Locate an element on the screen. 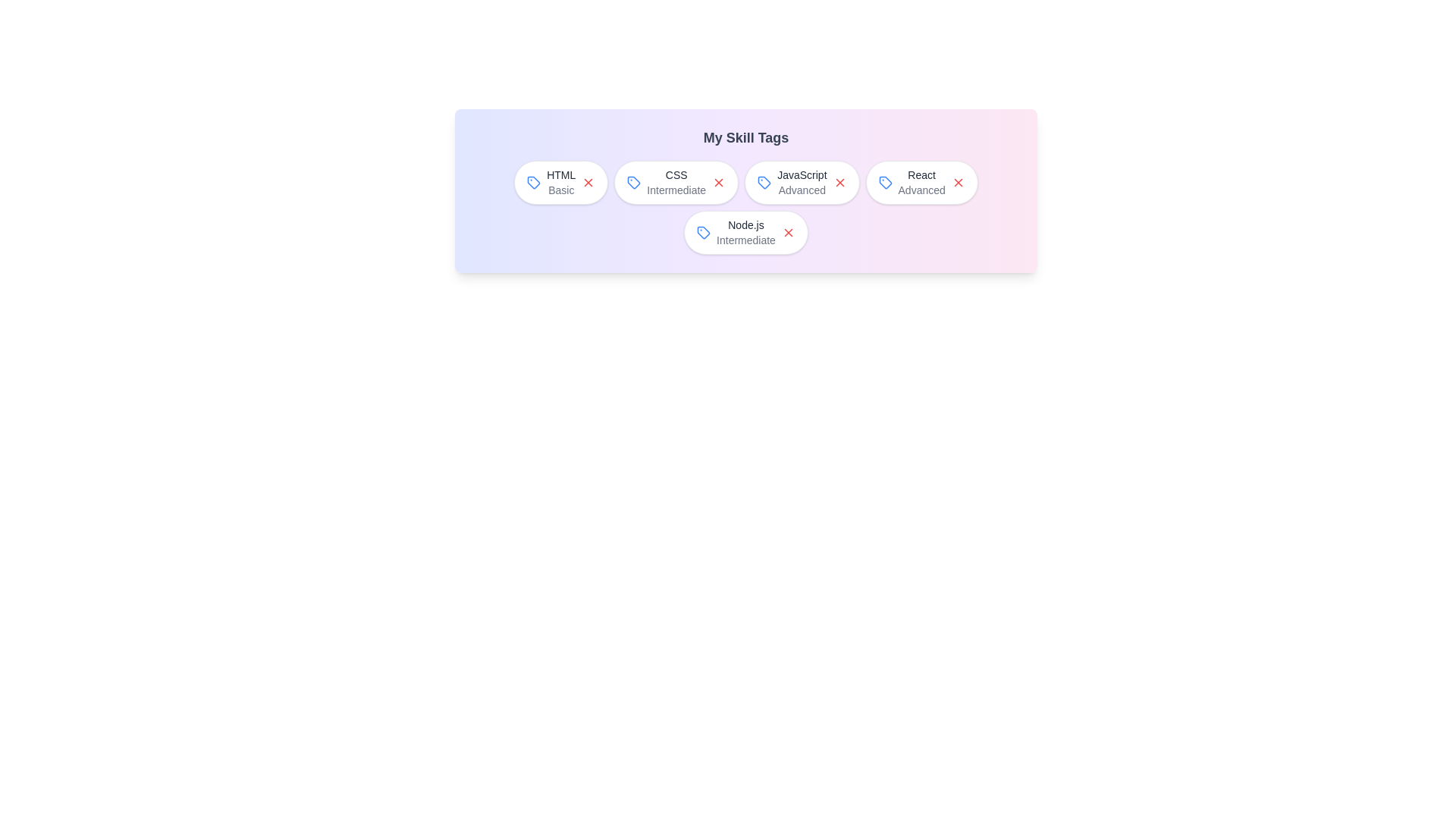 This screenshot has height=819, width=1456. the tag icon next to the skill CSS is located at coordinates (634, 181).